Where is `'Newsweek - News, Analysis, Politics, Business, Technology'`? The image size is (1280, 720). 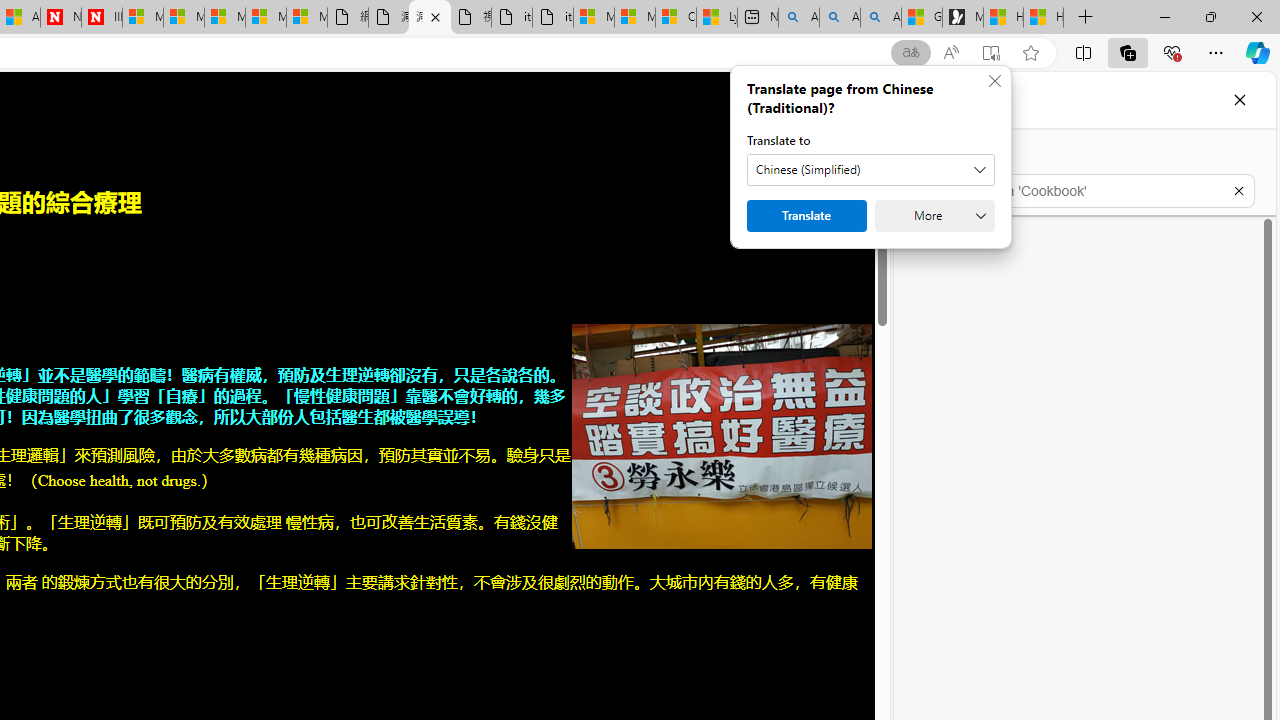
'Newsweek - News, Analysis, Politics, Business, Technology' is located at coordinates (60, 17).